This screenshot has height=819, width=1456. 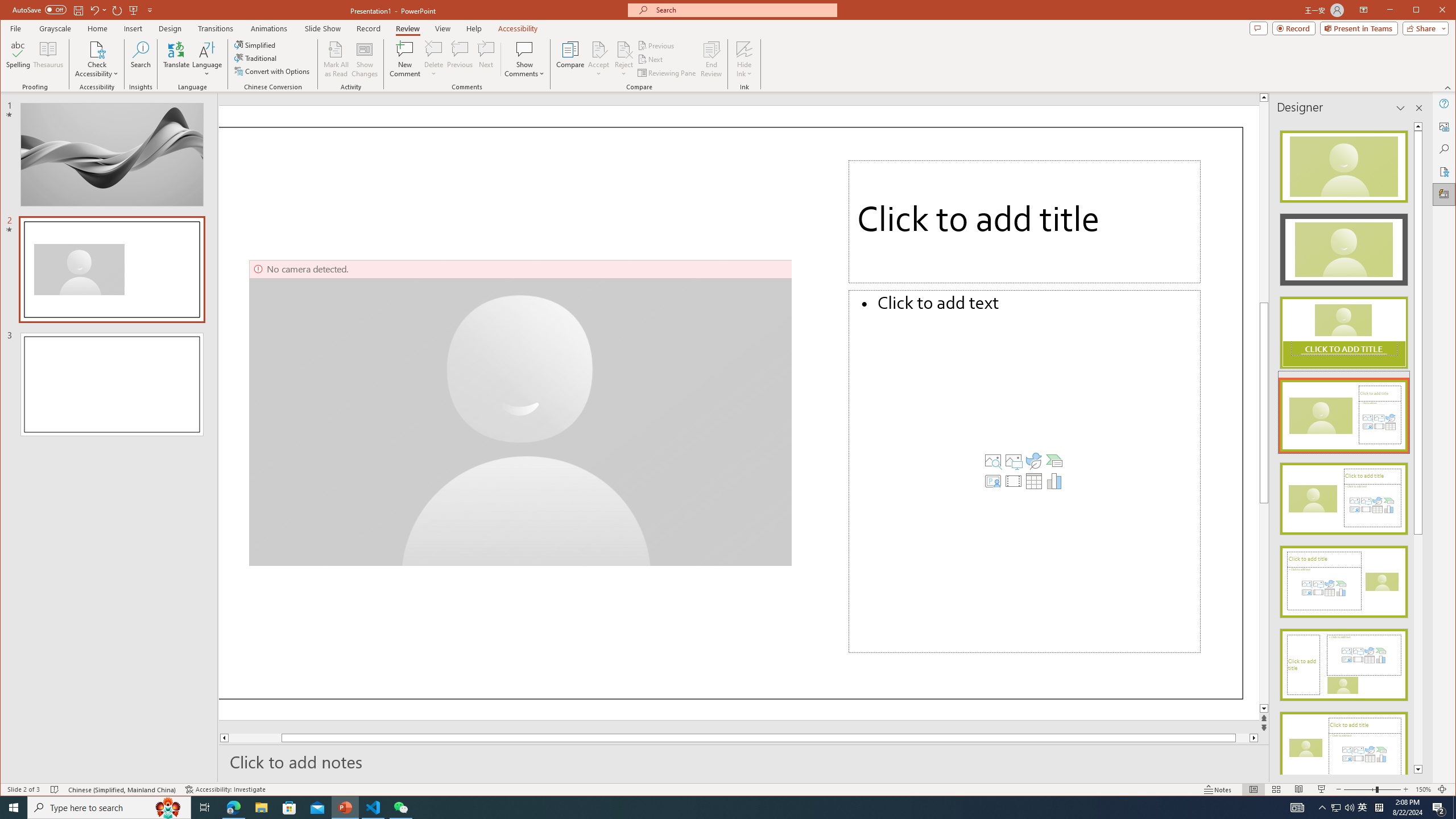 What do you see at coordinates (176, 59) in the screenshot?
I see `'Translate'` at bounding box center [176, 59].